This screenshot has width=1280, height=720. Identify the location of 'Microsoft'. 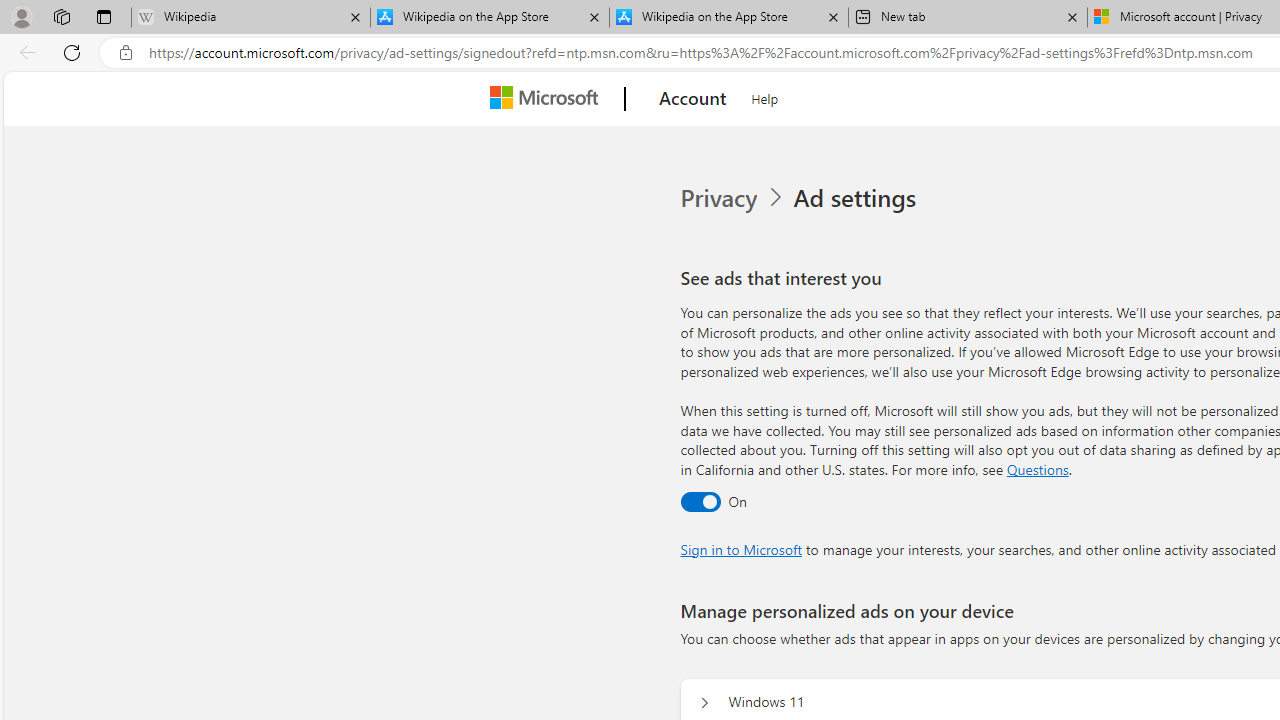
(548, 99).